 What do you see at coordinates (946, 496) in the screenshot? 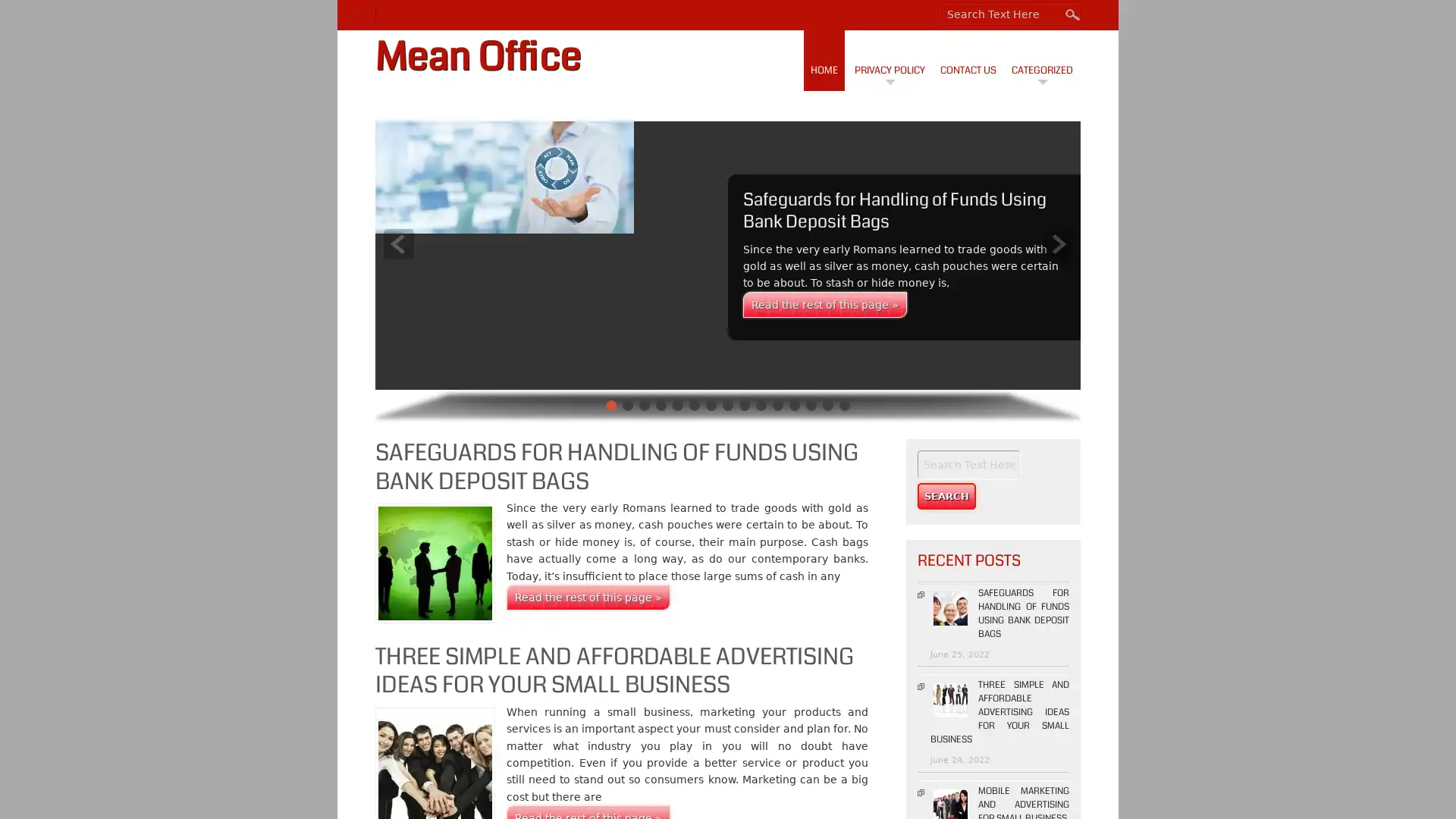
I see `Search` at bounding box center [946, 496].